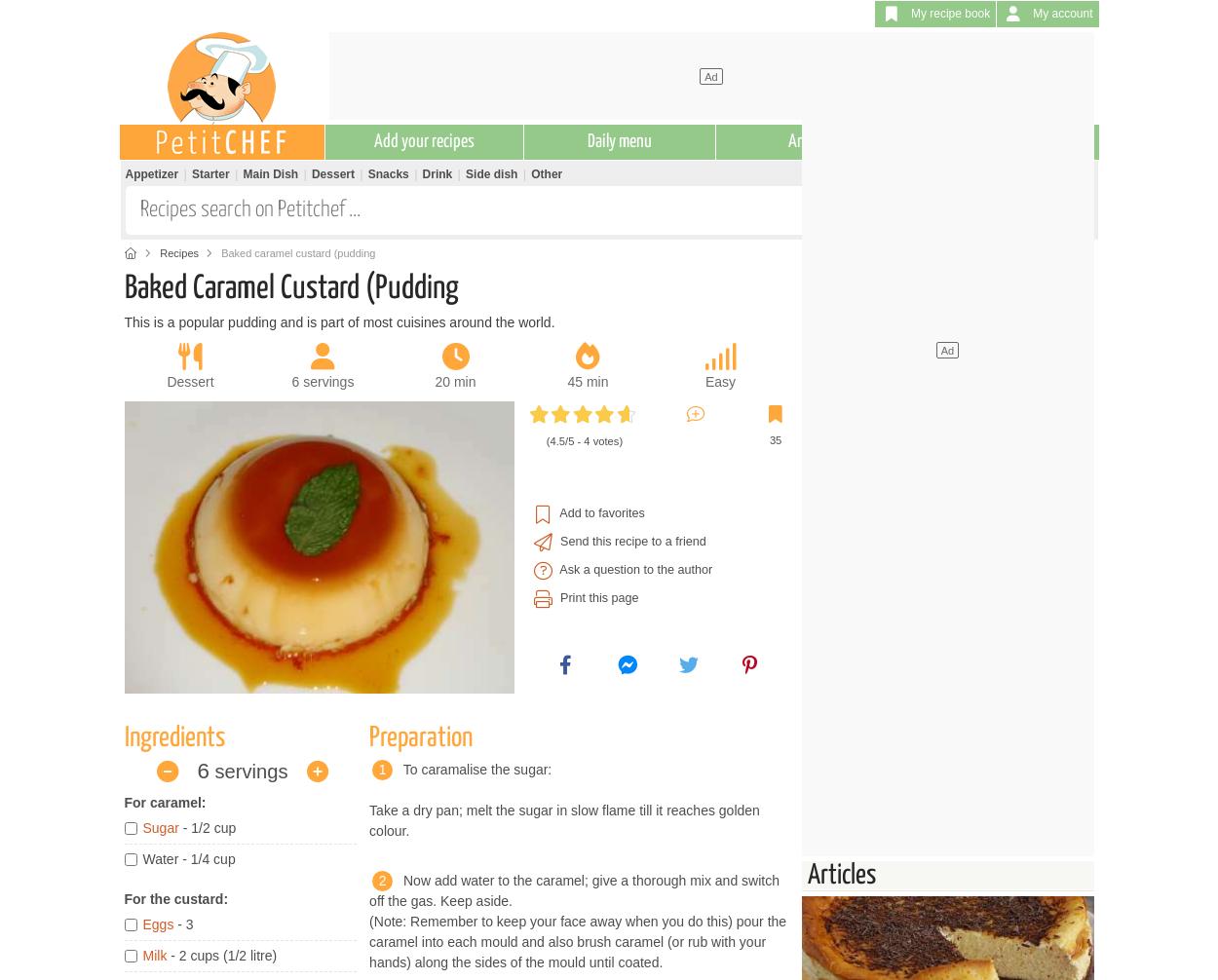 The image size is (1218, 980). Describe the element at coordinates (718, 380) in the screenshot. I see `'Easy'` at that location.